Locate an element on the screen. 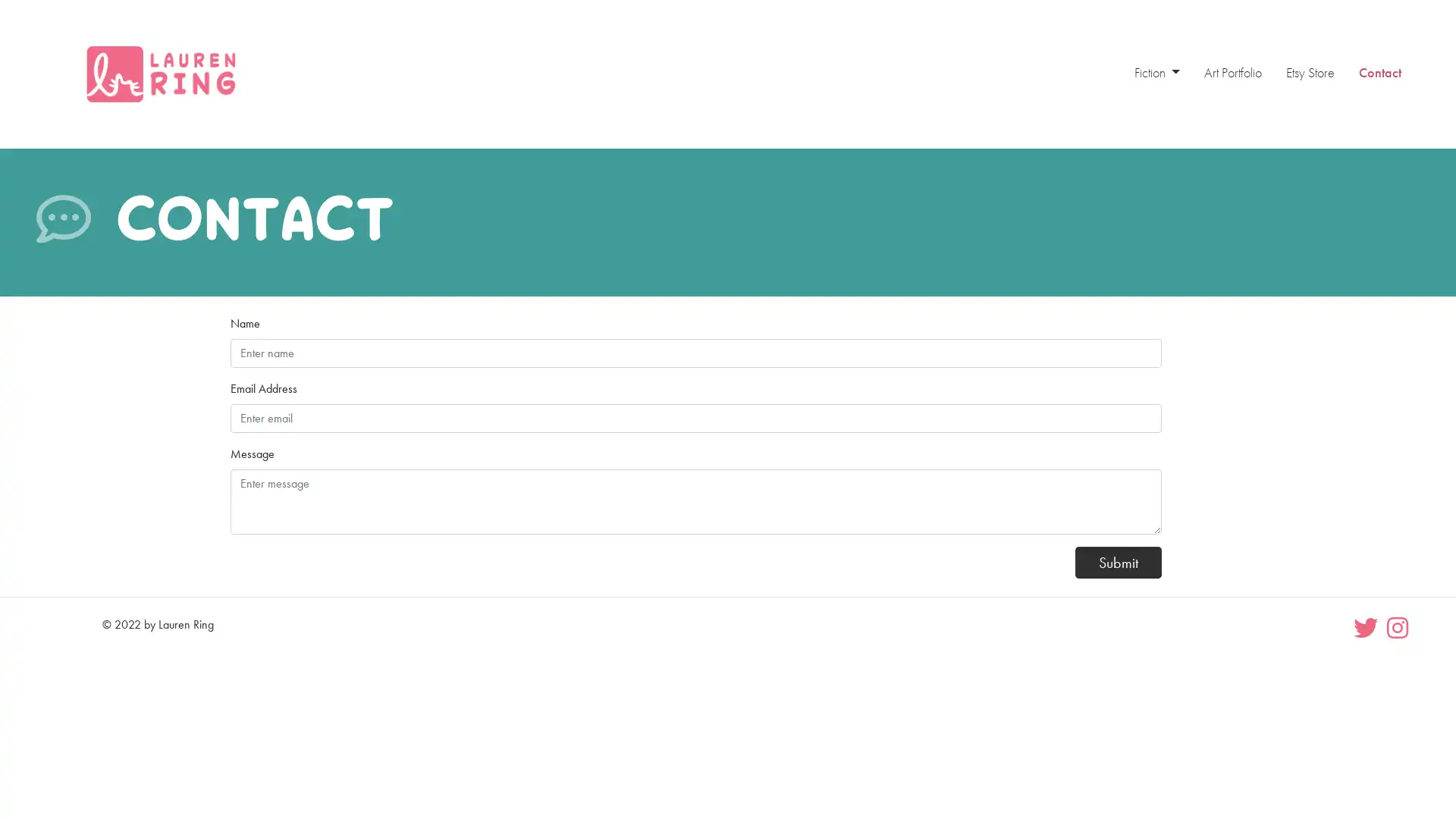 The width and height of the screenshot is (1456, 819). Submit is located at coordinates (1118, 561).